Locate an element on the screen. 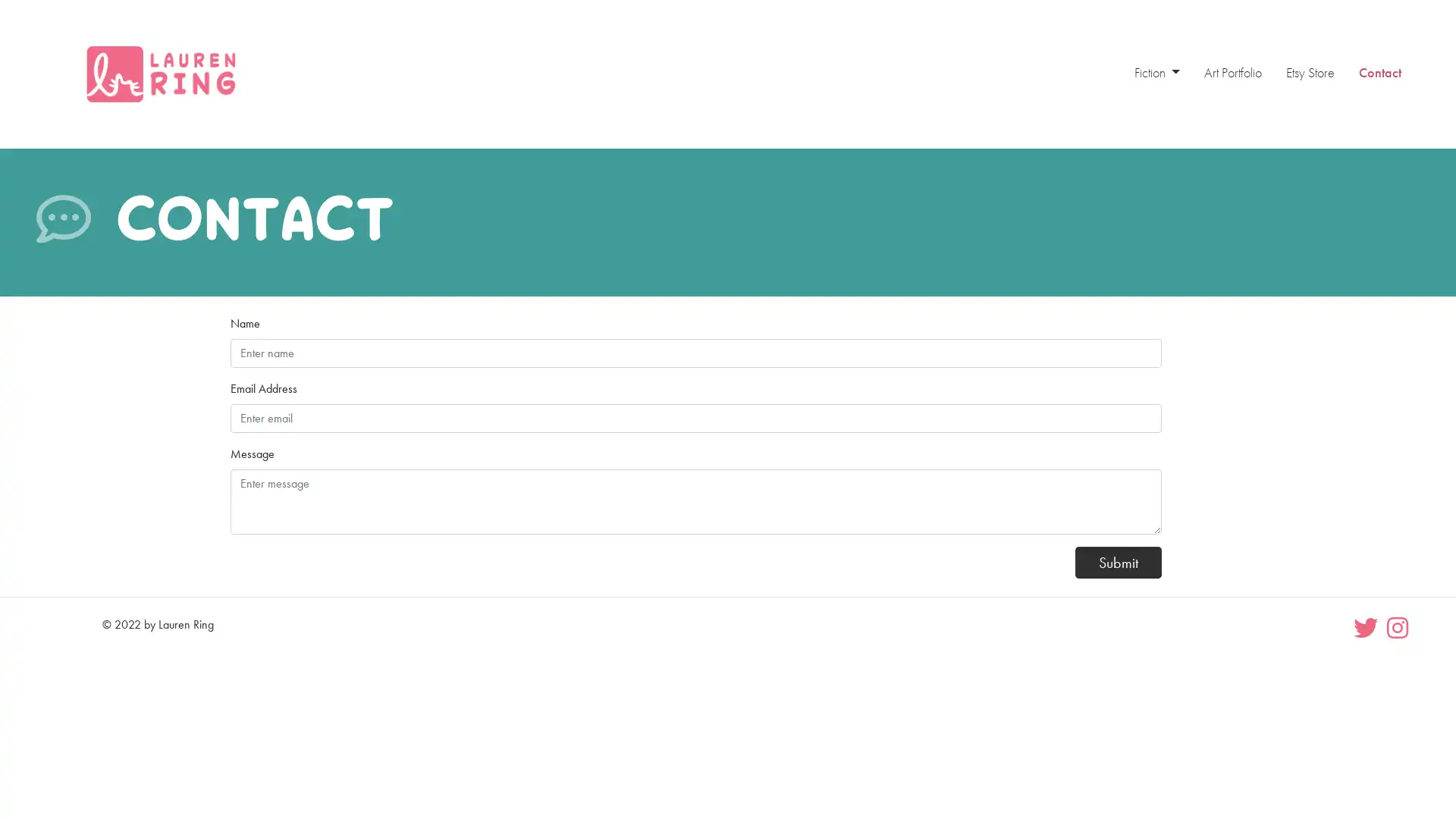 The width and height of the screenshot is (1456, 819). Submit is located at coordinates (1118, 561).